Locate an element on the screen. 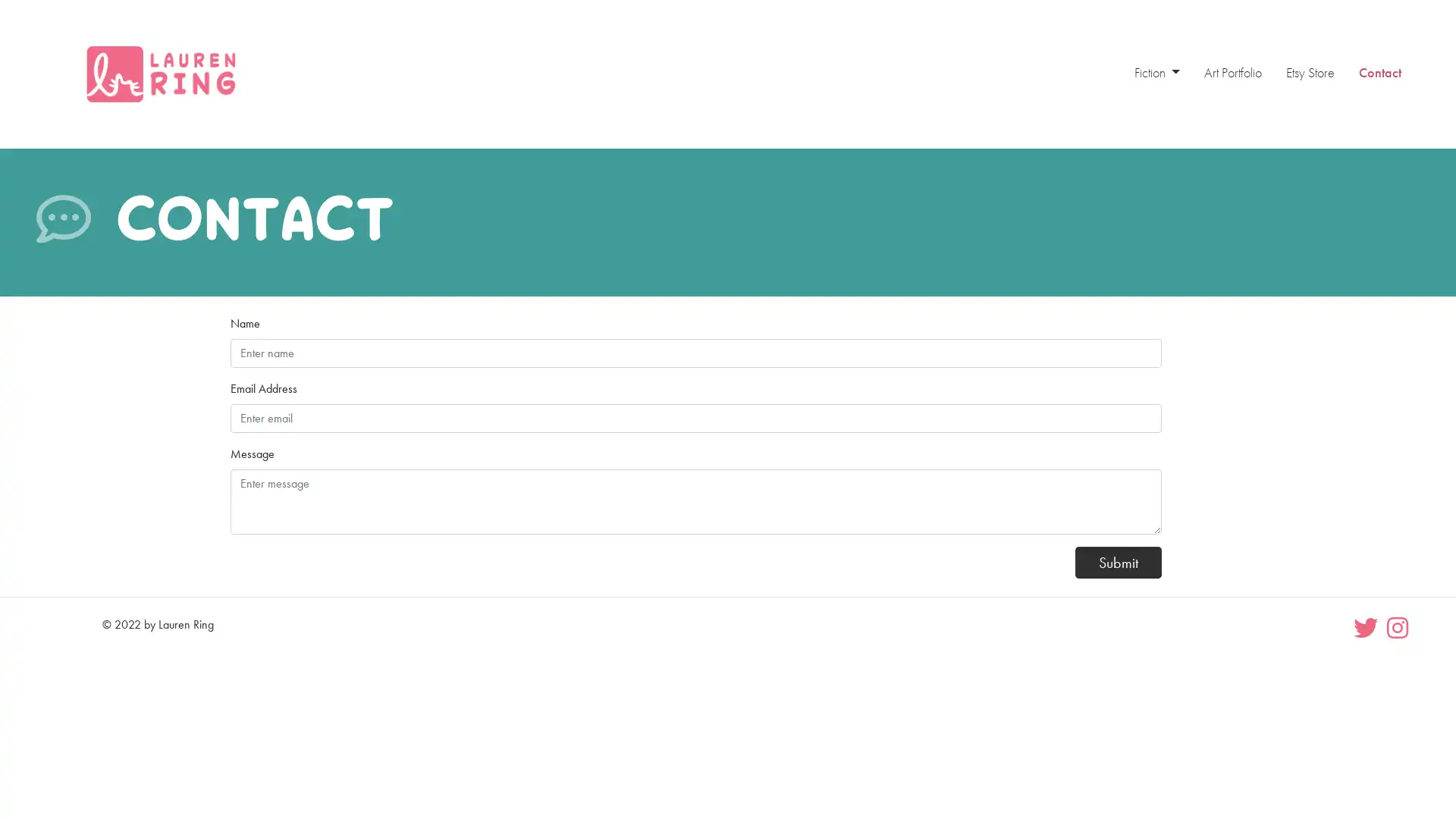 The width and height of the screenshot is (1456, 819). Submit is located at coordinates (1118, 561).